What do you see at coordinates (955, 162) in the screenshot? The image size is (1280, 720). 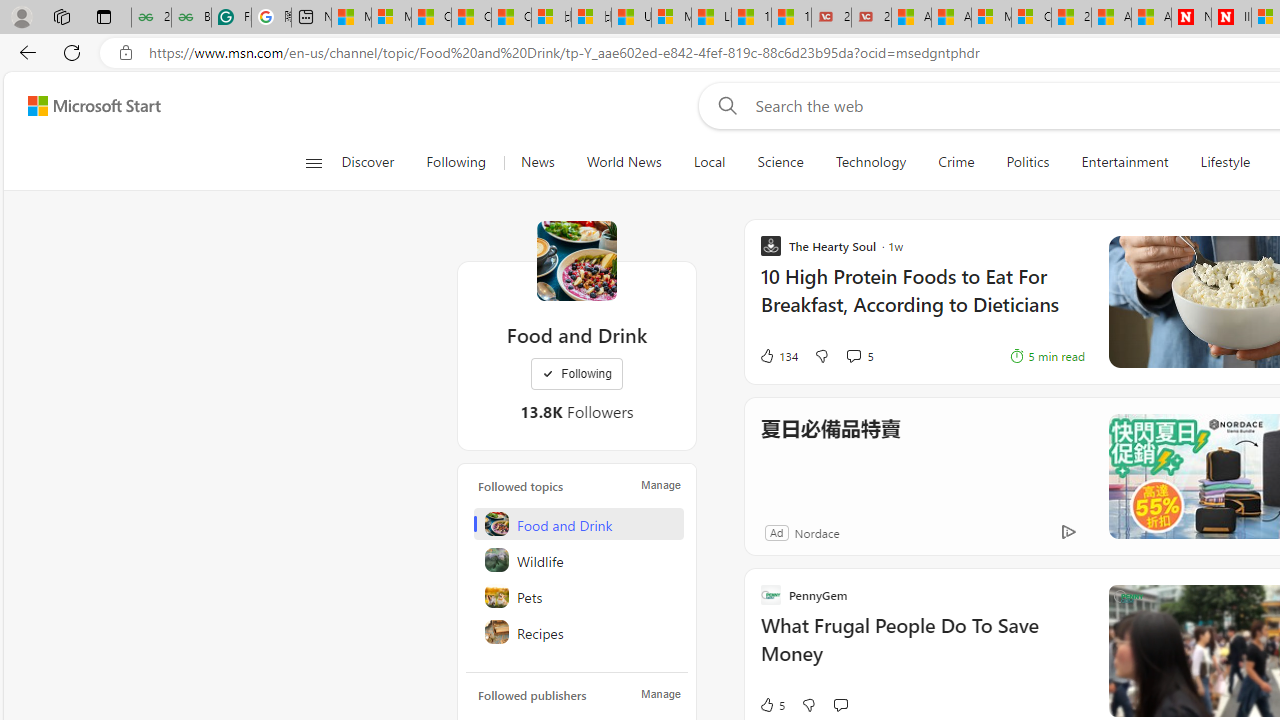 I see `'Crime'` at bounding box center [955, 162].